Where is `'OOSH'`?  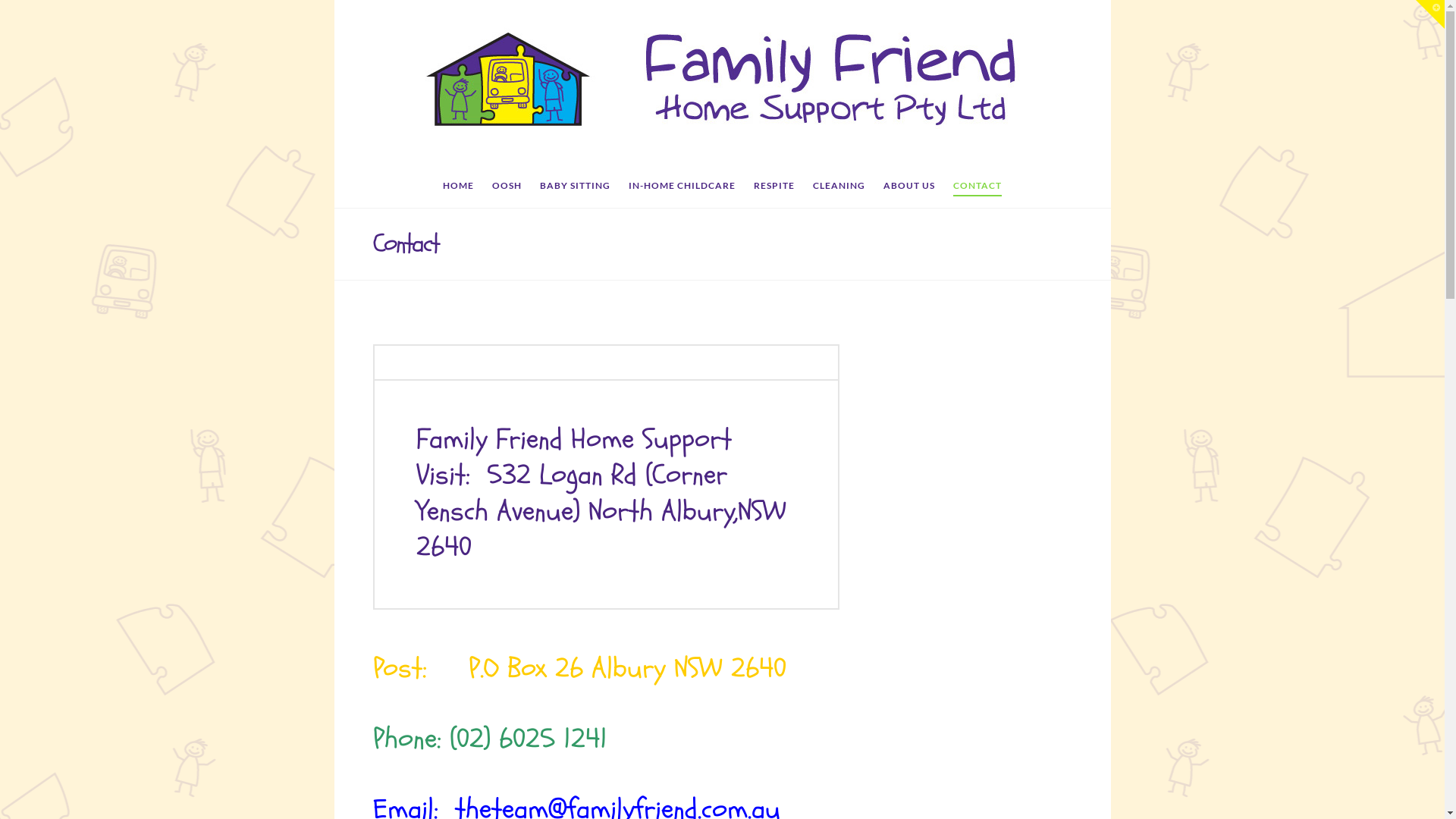 'OOSH' is located at coordinates (507, 188).